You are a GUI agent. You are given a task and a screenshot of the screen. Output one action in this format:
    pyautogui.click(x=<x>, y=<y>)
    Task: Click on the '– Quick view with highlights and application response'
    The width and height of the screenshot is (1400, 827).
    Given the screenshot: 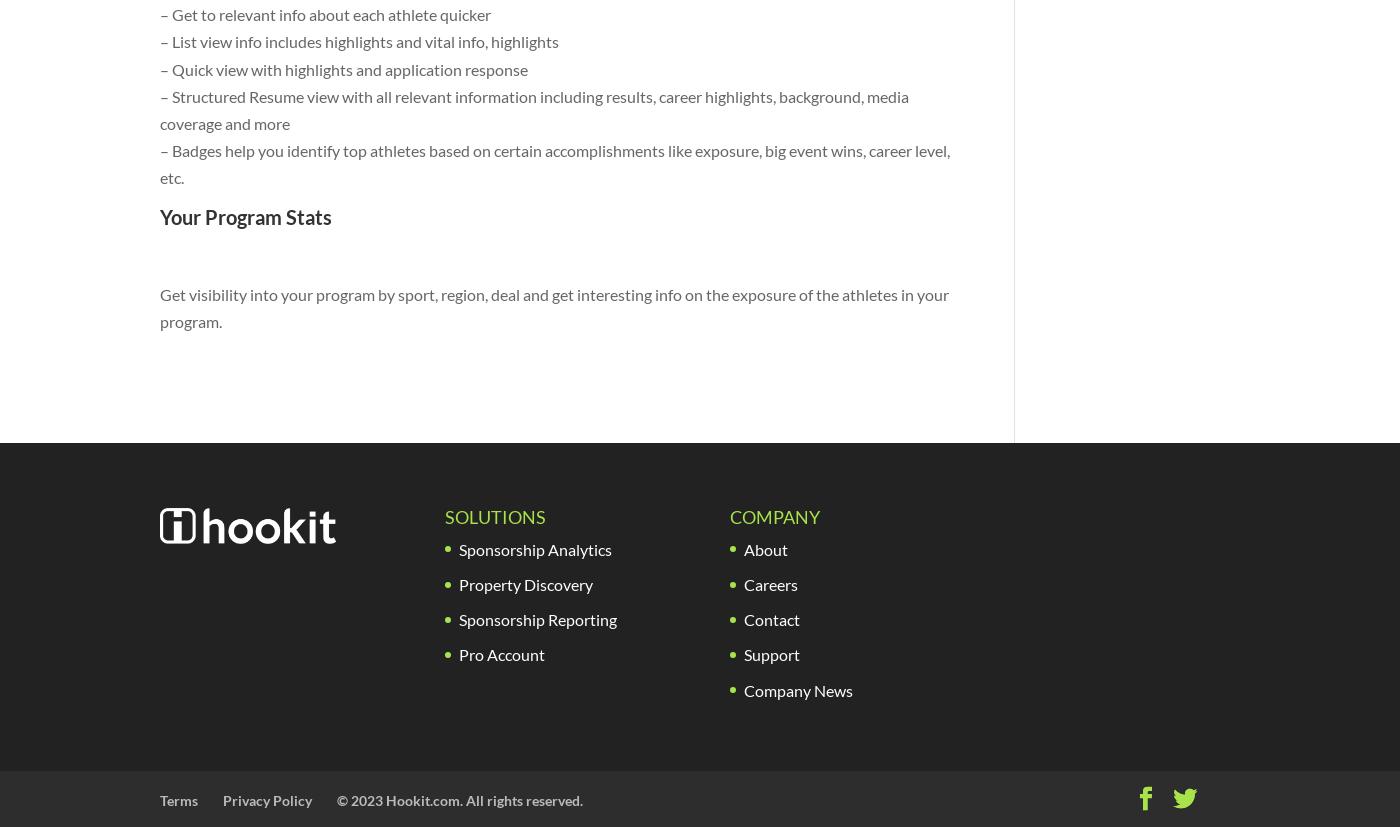 What is the action you would take?
    pyautogui.click(x=343, y=68)
    